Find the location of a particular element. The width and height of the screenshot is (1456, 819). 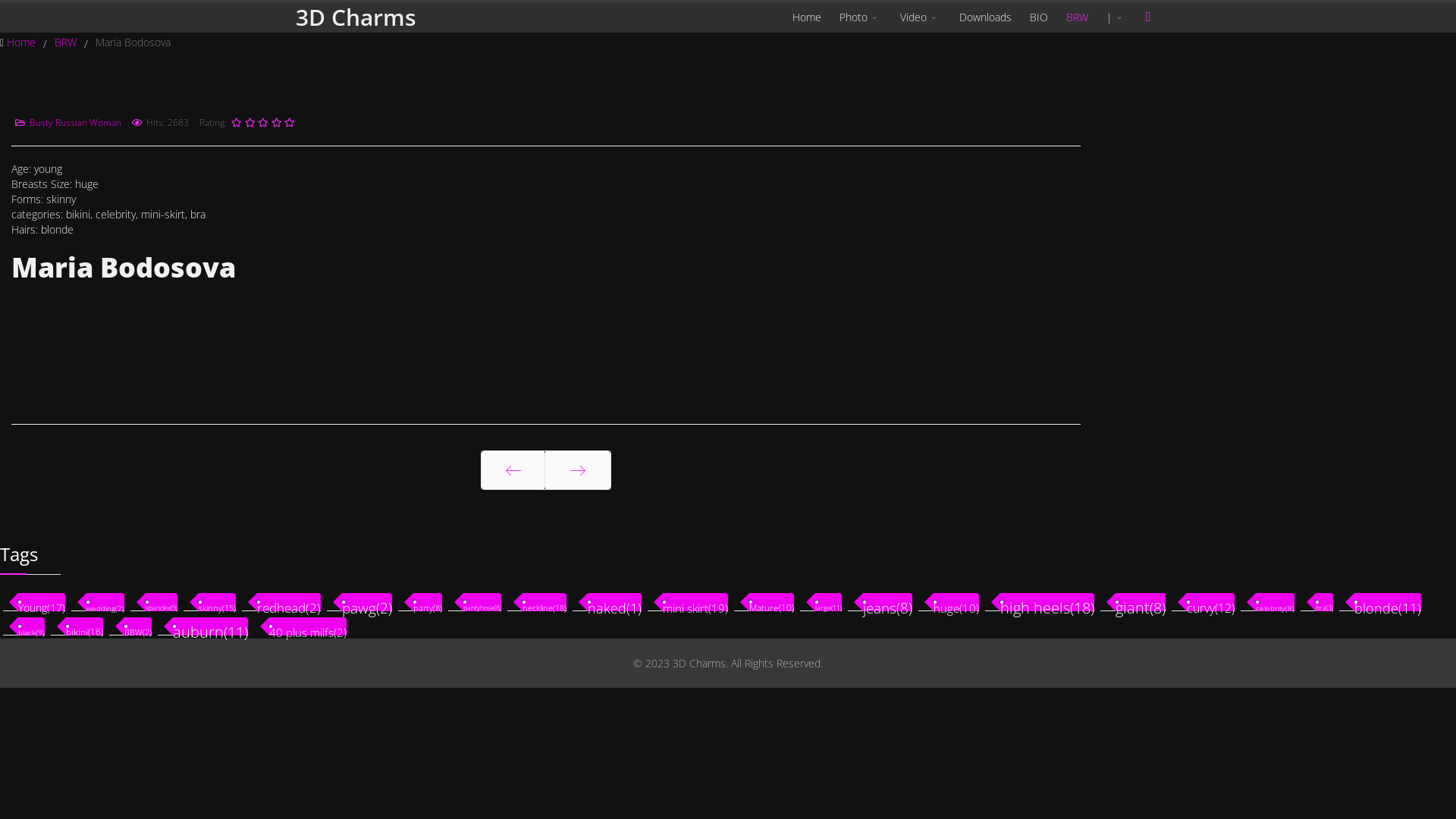

'|' is located at coordinates (1116, 17).